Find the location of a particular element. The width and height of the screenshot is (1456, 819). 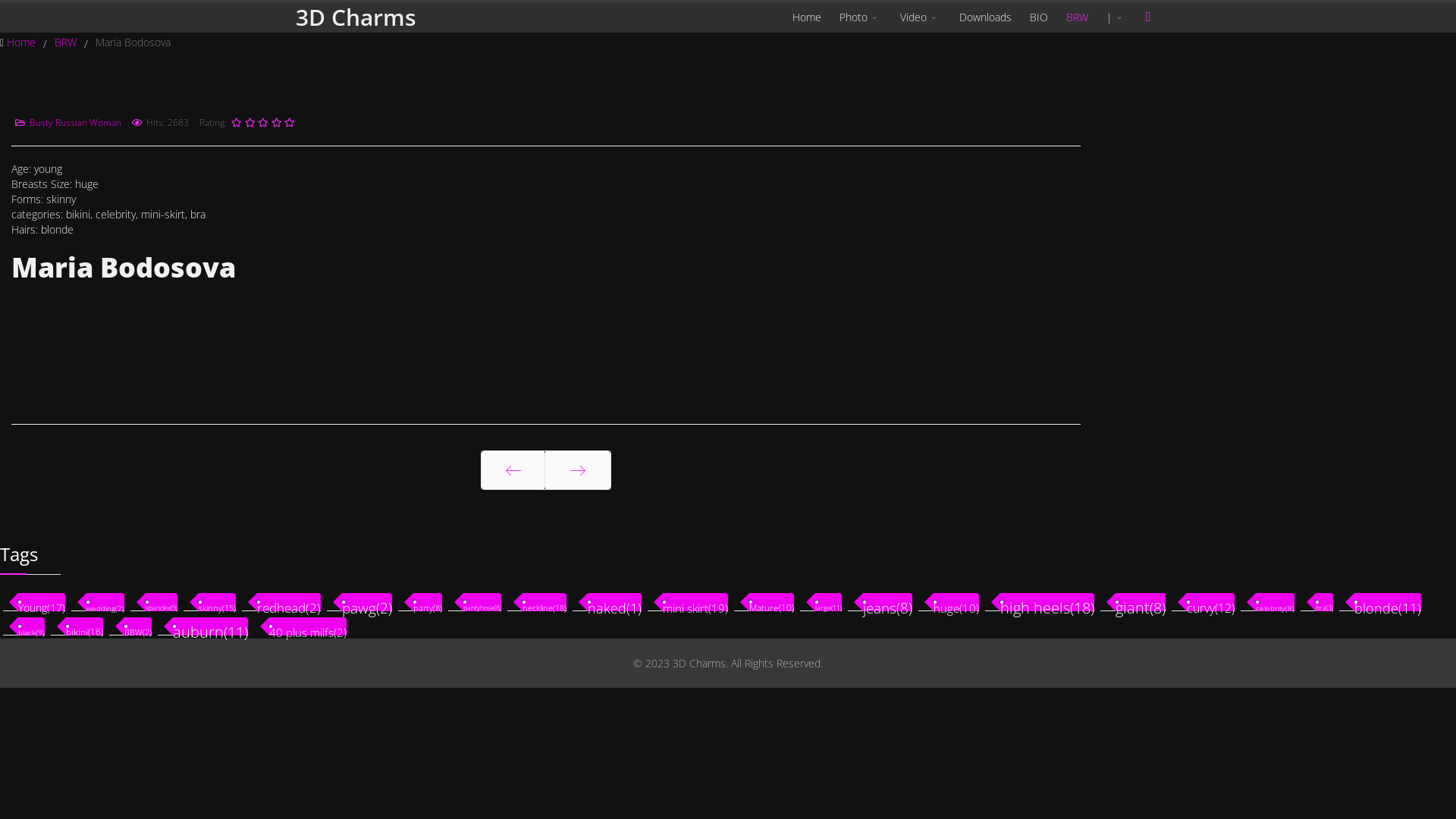

'|' is located at coordinates (1116, 17).